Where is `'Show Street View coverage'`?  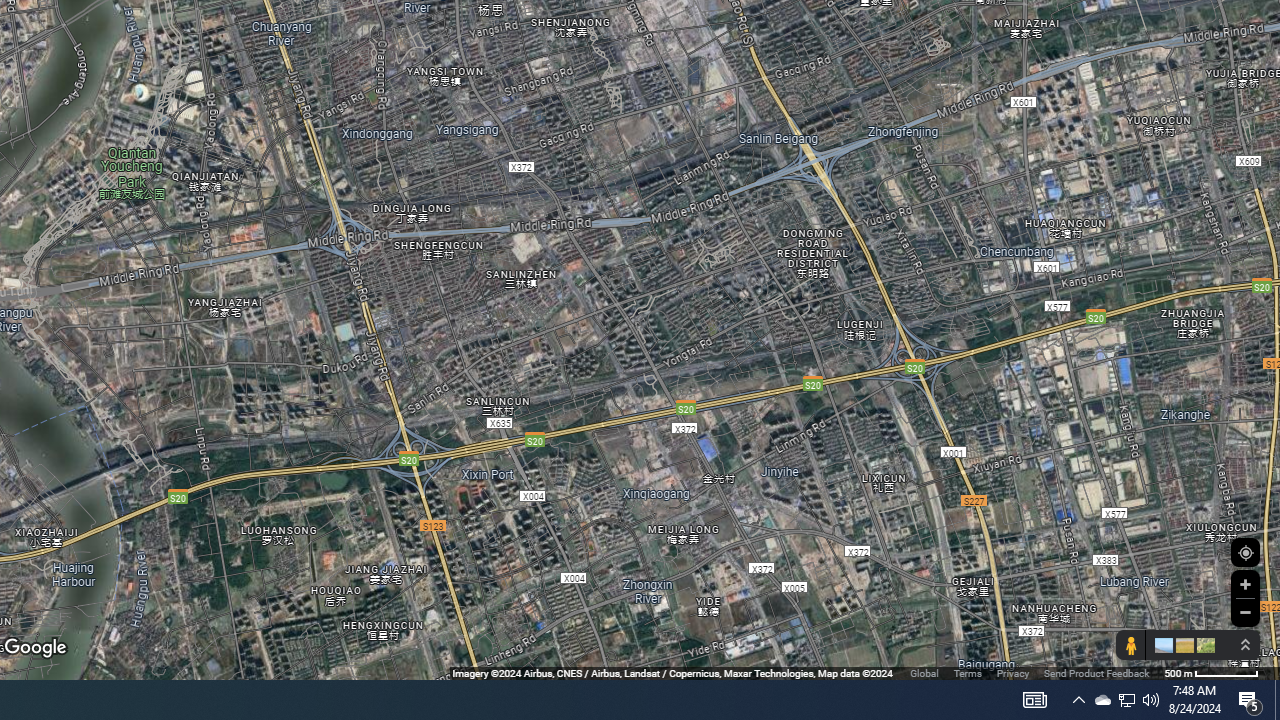
'Show Street View coverage' is located at coordinates (1130, 645).